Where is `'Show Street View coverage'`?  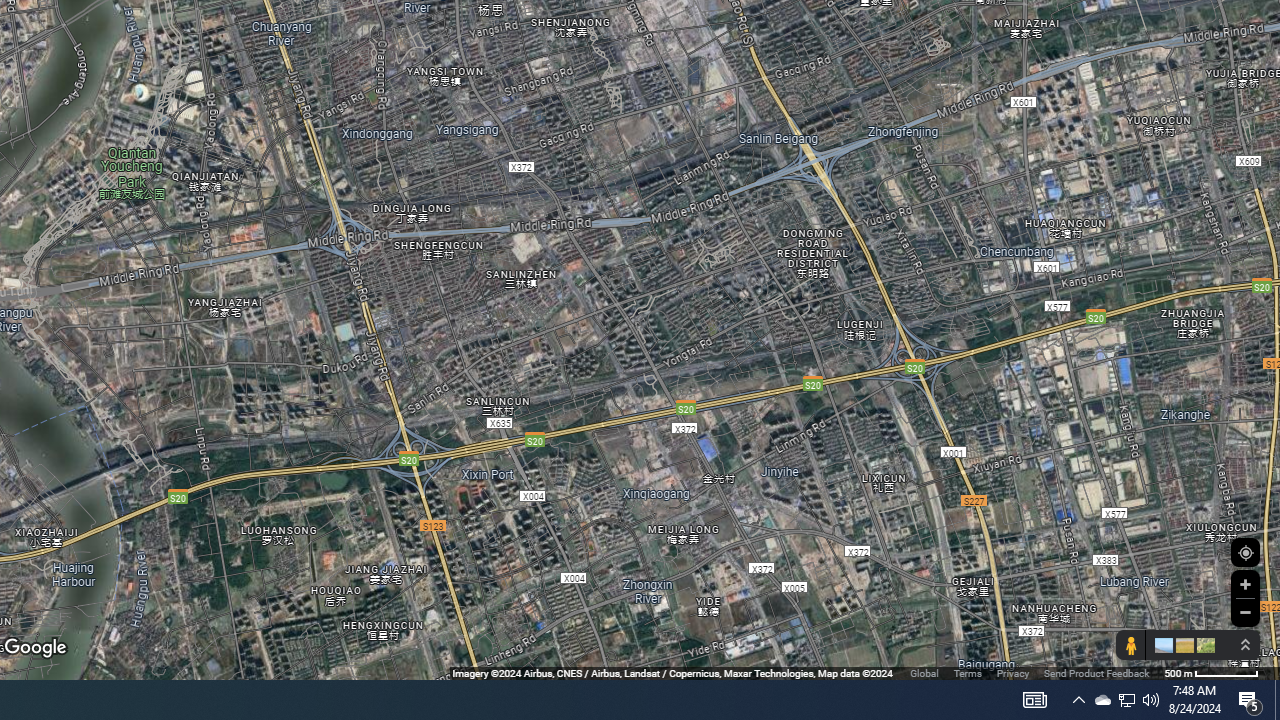
'Show Street View coverage' is located at coordinates (1130, 645).